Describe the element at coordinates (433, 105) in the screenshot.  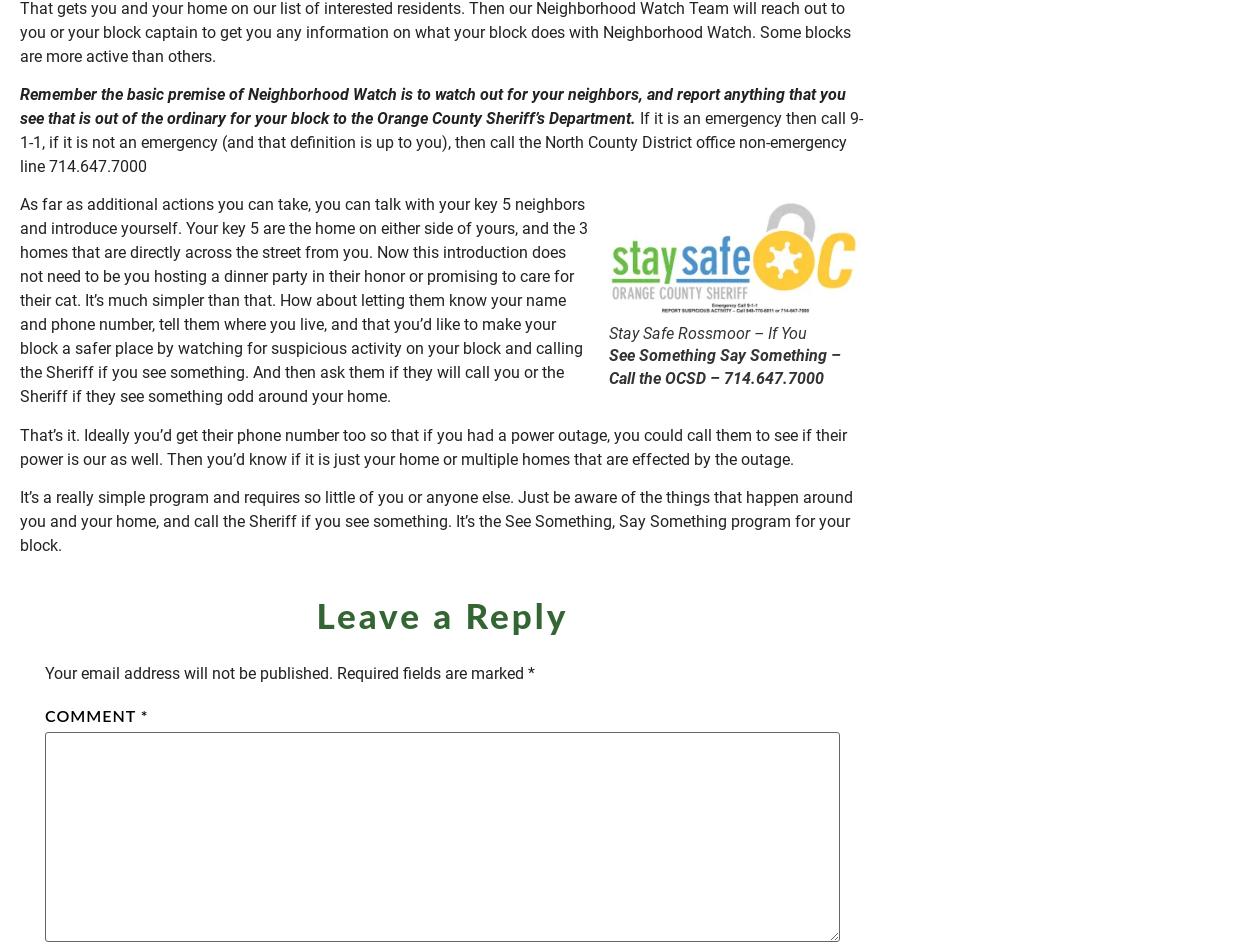
I see `'Remember the basic premise of Neighborhood Watch is to watch out for your neighbors, and report anything that you see that is out of the ordinary for your block to the Orange County Sheriff’s Department.'` at that location.